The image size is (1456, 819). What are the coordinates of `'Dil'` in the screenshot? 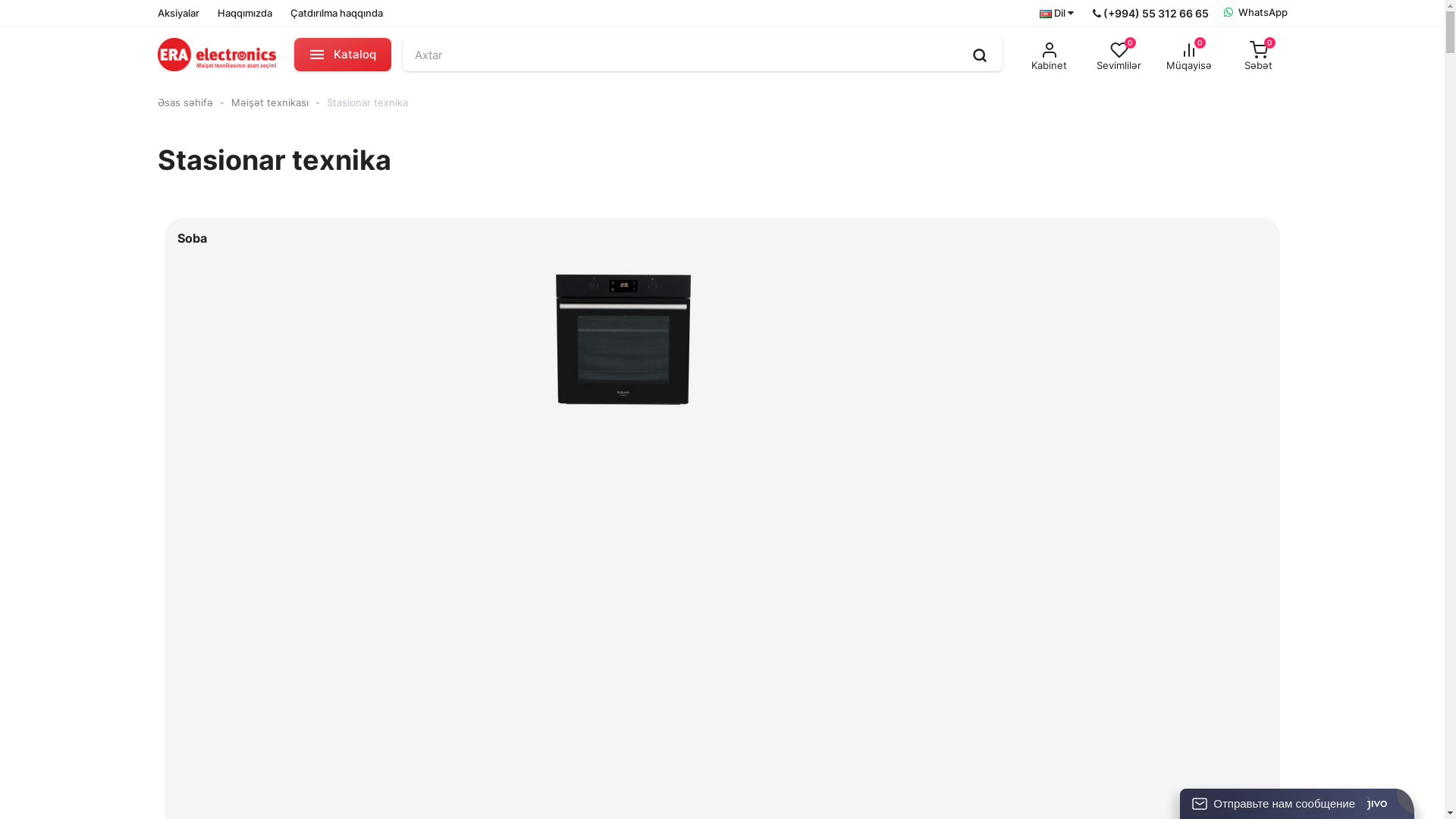 It's located at (1037, 14).